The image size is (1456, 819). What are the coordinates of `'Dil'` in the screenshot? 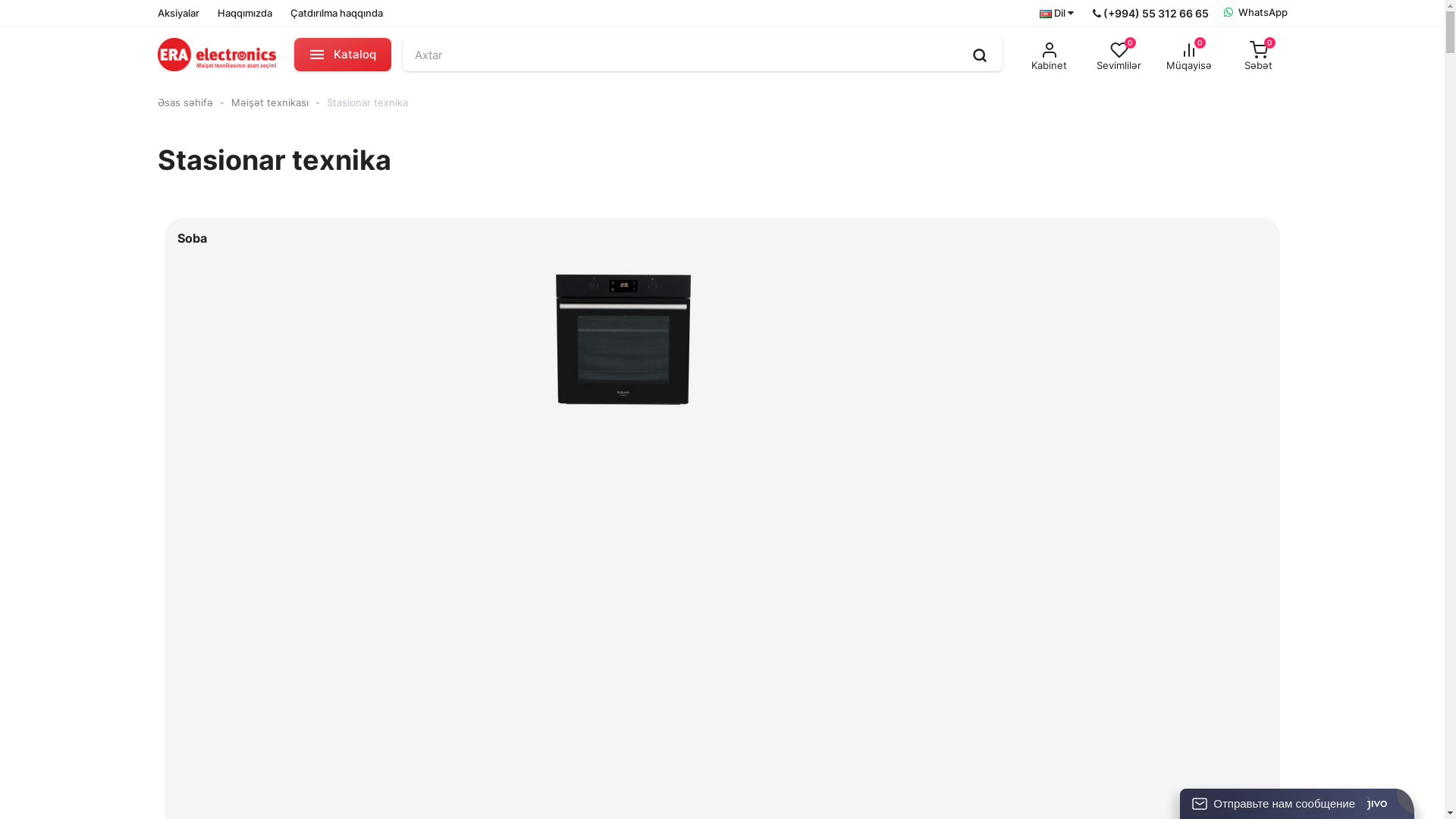 It's located at (1037, 14).